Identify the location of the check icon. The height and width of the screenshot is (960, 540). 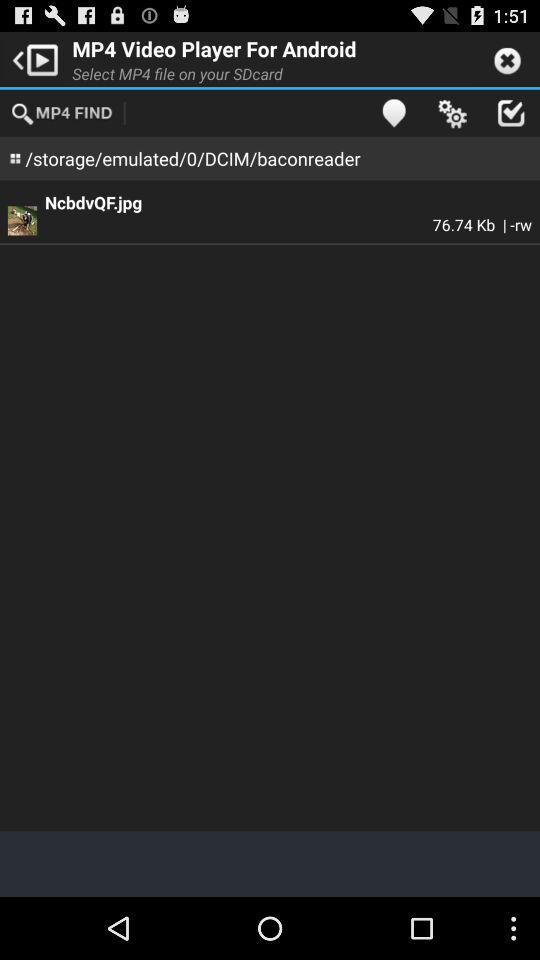
(510, 120).